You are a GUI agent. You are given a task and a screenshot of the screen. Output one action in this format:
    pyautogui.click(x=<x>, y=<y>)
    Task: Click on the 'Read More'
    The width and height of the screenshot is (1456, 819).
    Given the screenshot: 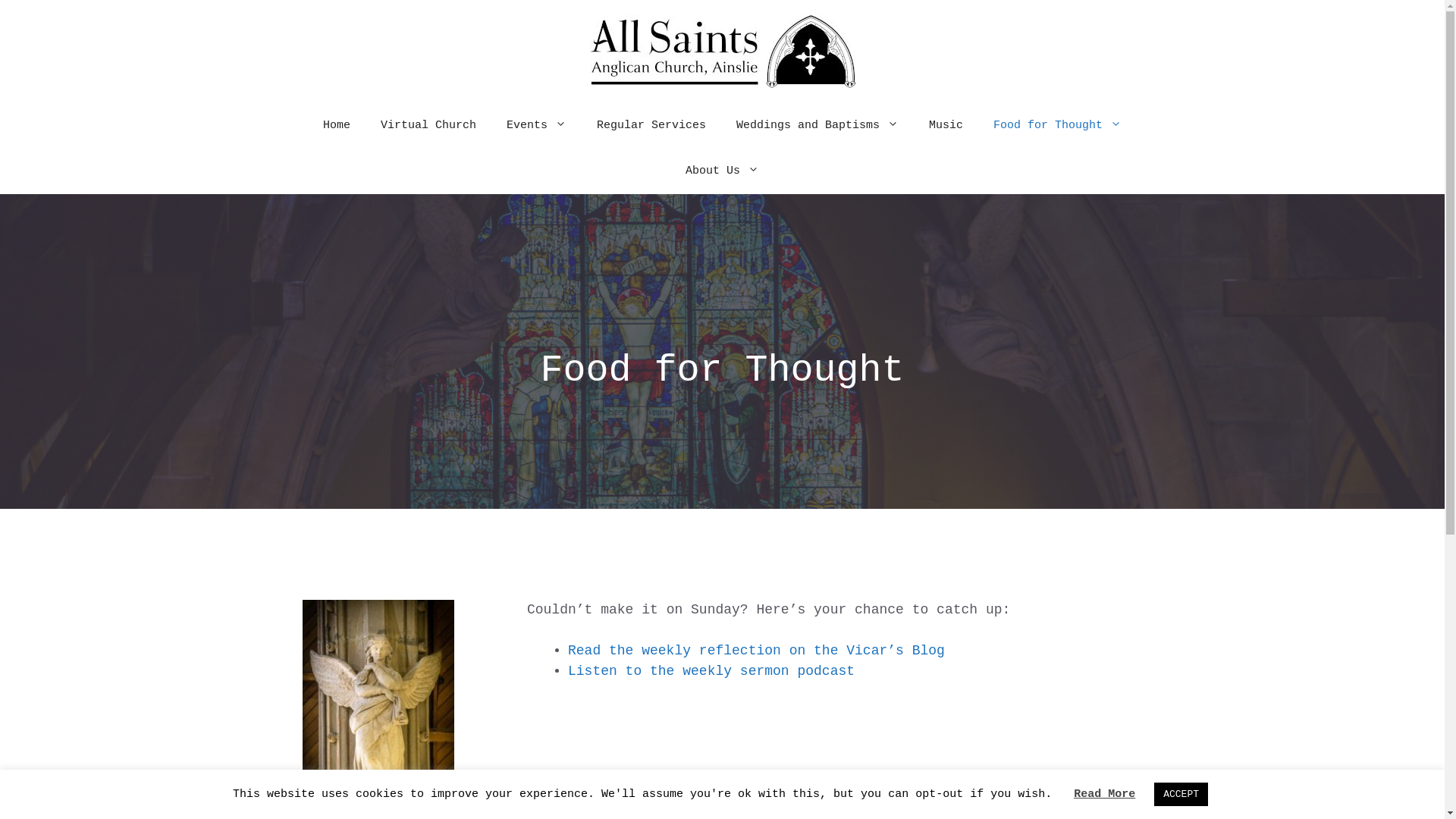 What is the action you would take?
    pyautogui.click(x=1104, y=793)
    